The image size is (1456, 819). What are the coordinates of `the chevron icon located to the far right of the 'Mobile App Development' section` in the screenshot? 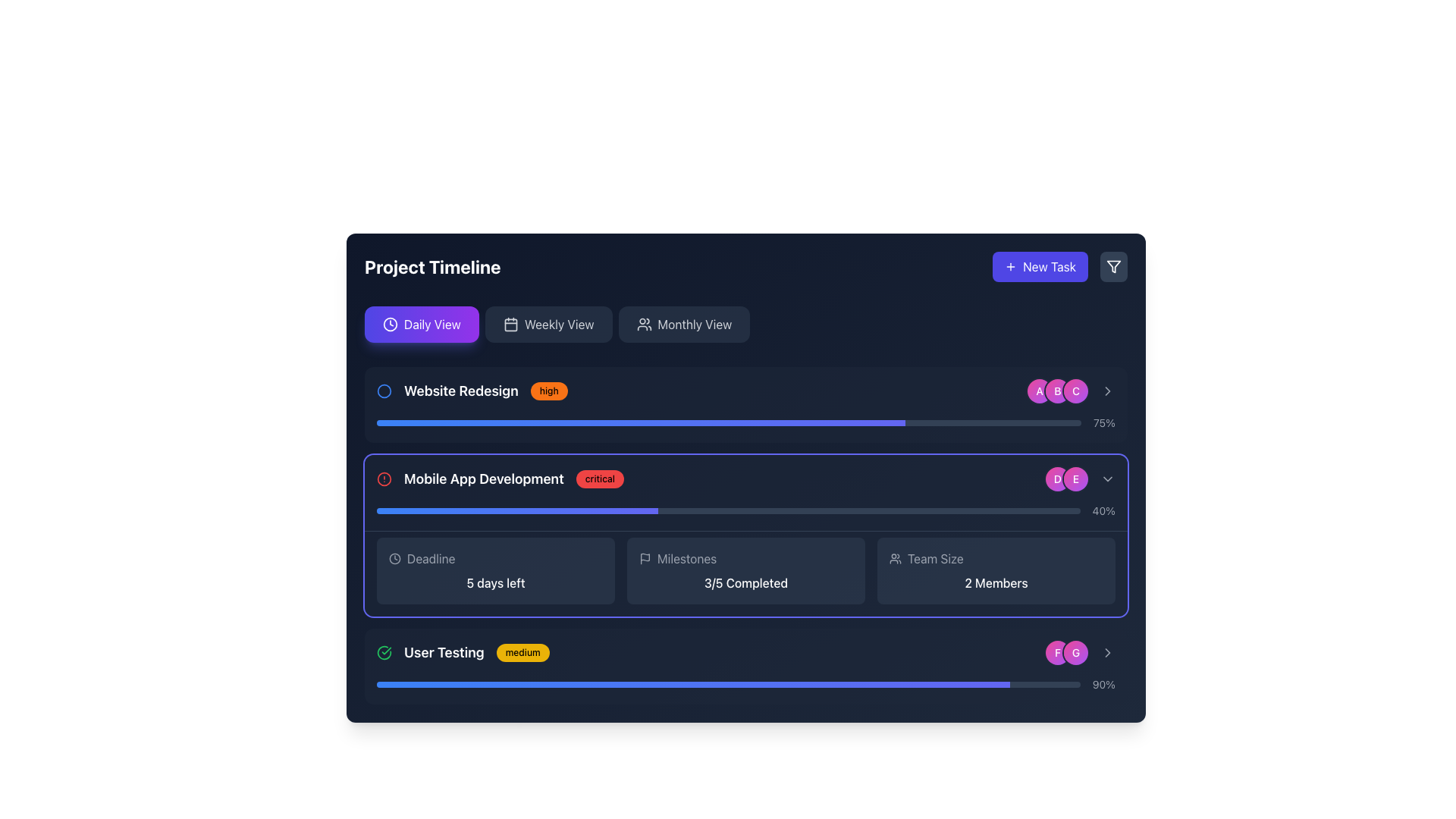 It's located at (1107, 651).